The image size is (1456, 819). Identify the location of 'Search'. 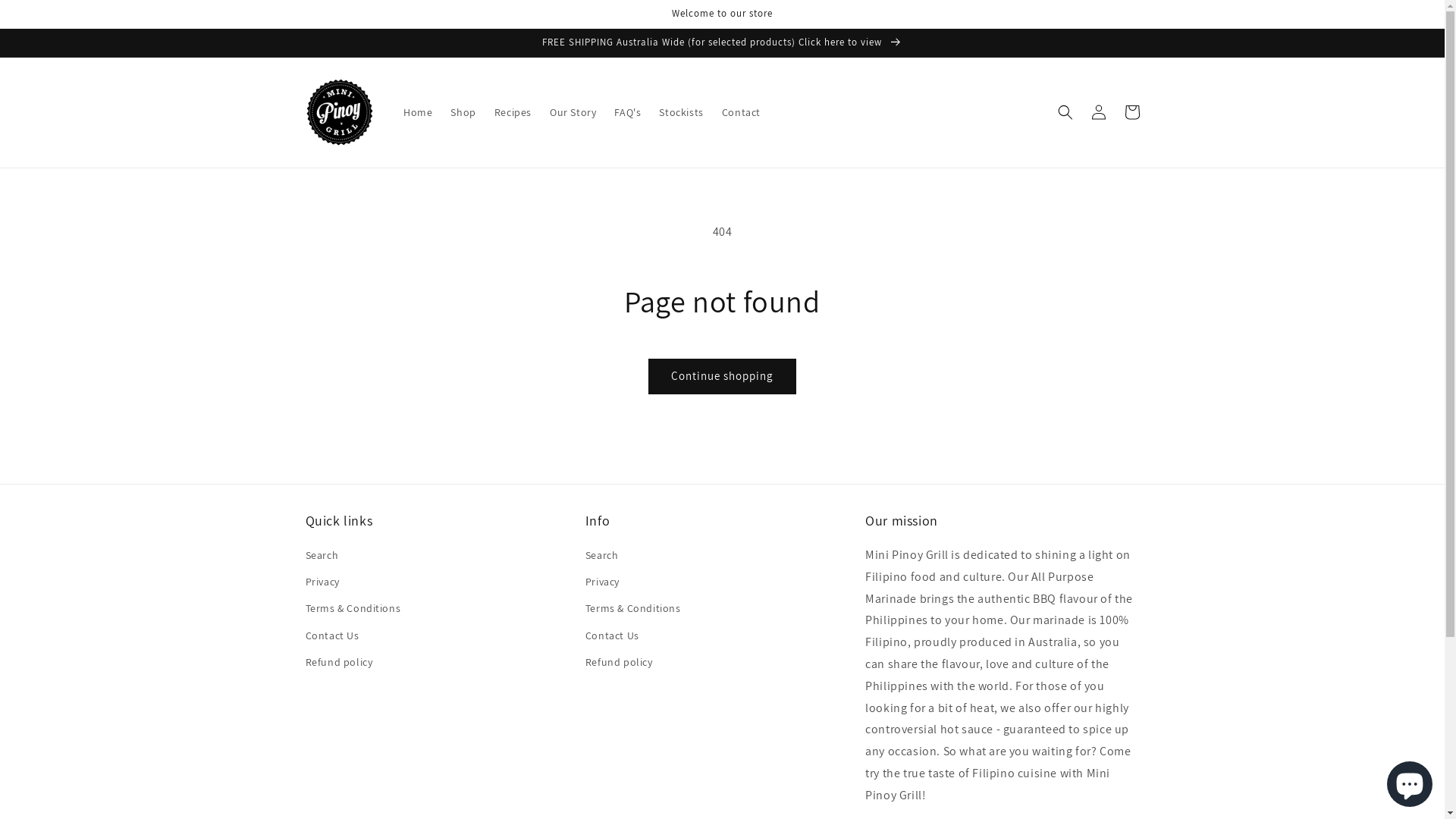
(320, 557).